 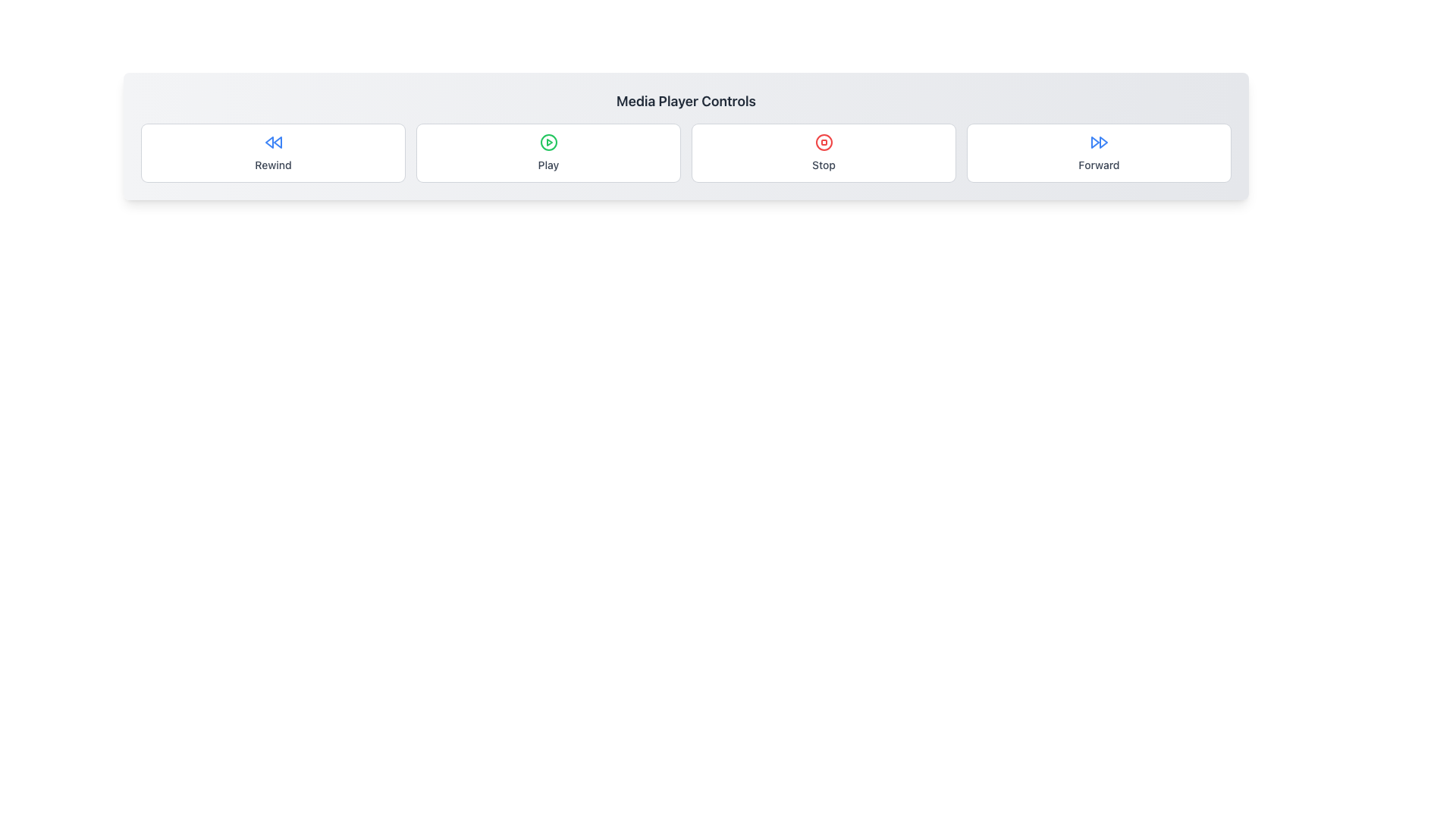 I want to click on the second triangle of the rewind icon, styled in blue, located in the leftmost section of the media control buttons, so click(x=277, y=143).